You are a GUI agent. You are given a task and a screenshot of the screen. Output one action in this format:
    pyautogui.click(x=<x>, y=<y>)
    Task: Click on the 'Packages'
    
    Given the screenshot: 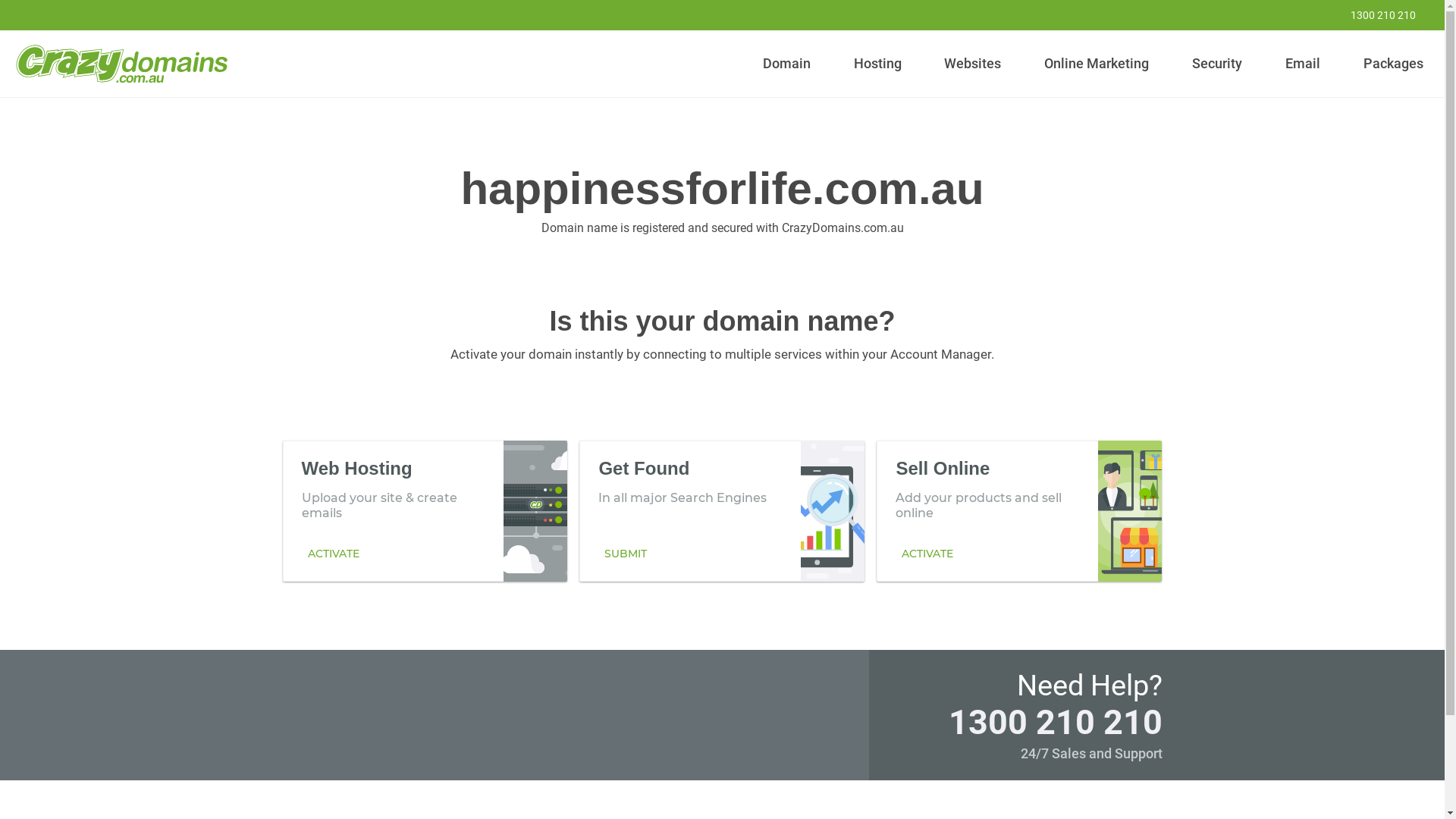 What is the action you would take?
    pyautogui.click(x=1393, y=63)
    